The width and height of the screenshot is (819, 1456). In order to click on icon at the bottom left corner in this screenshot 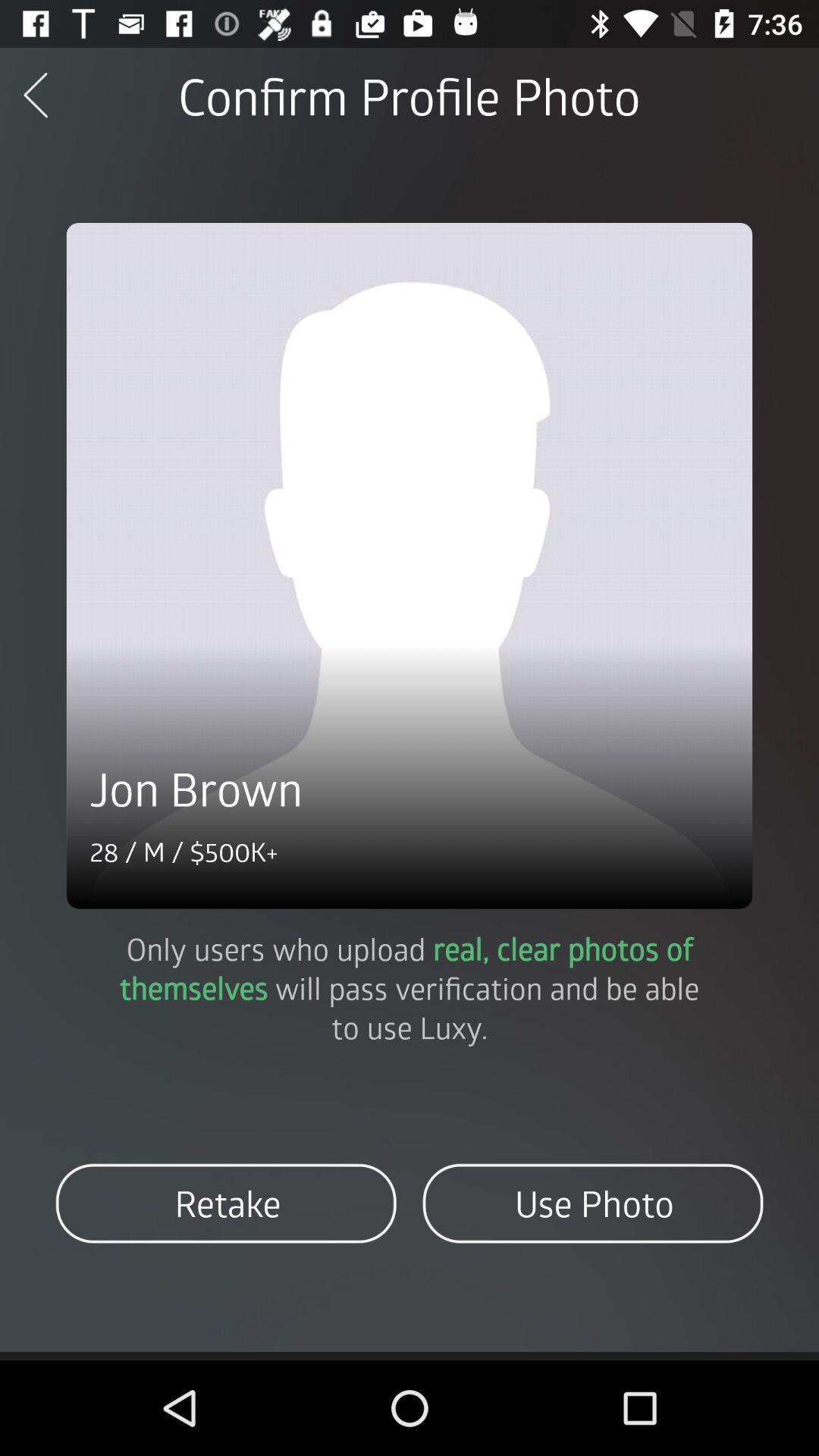, I will do `click(226, 1203)`.